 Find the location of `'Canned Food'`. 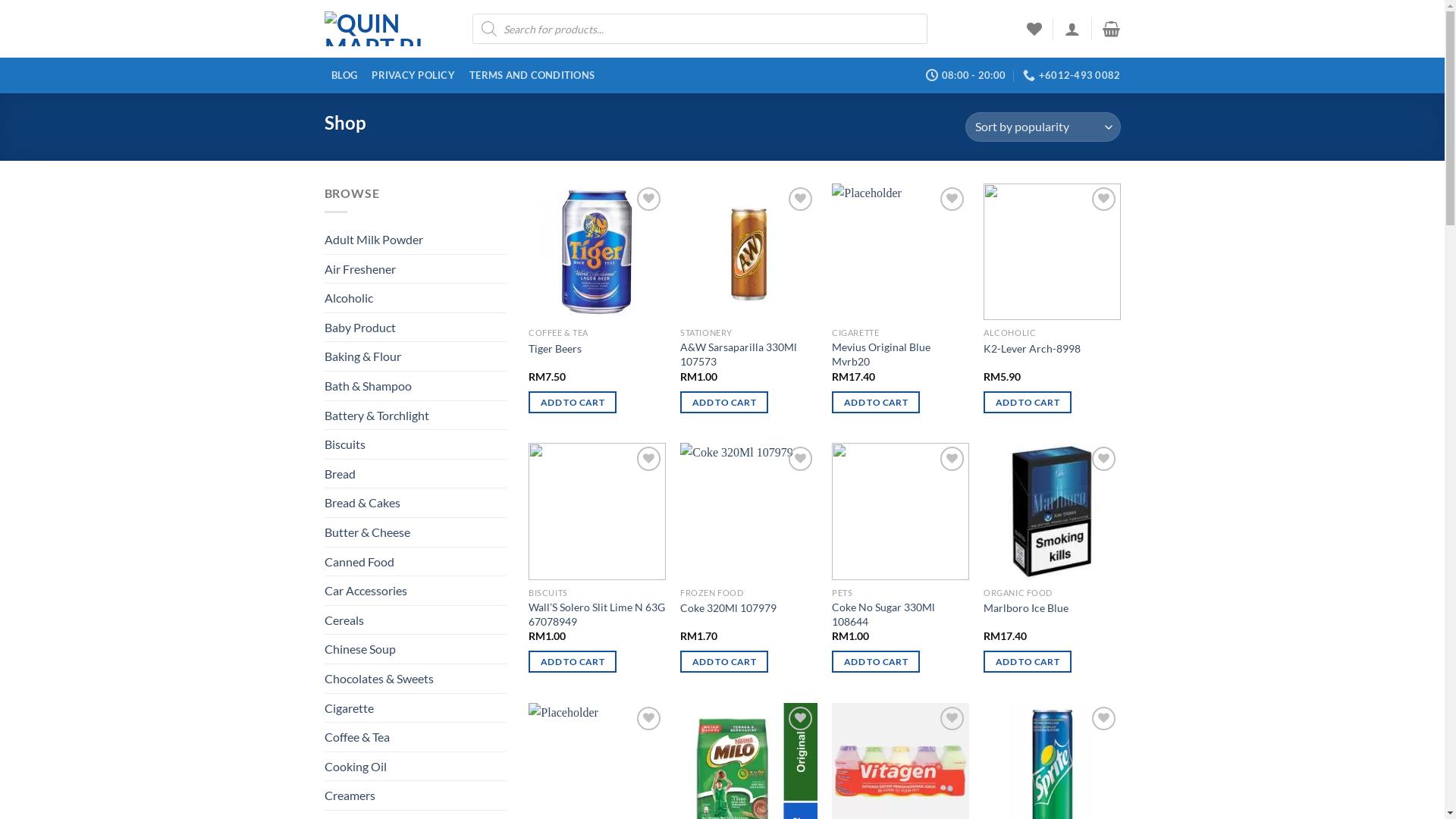

'Canned Food' is located at coordinates (415, 561).